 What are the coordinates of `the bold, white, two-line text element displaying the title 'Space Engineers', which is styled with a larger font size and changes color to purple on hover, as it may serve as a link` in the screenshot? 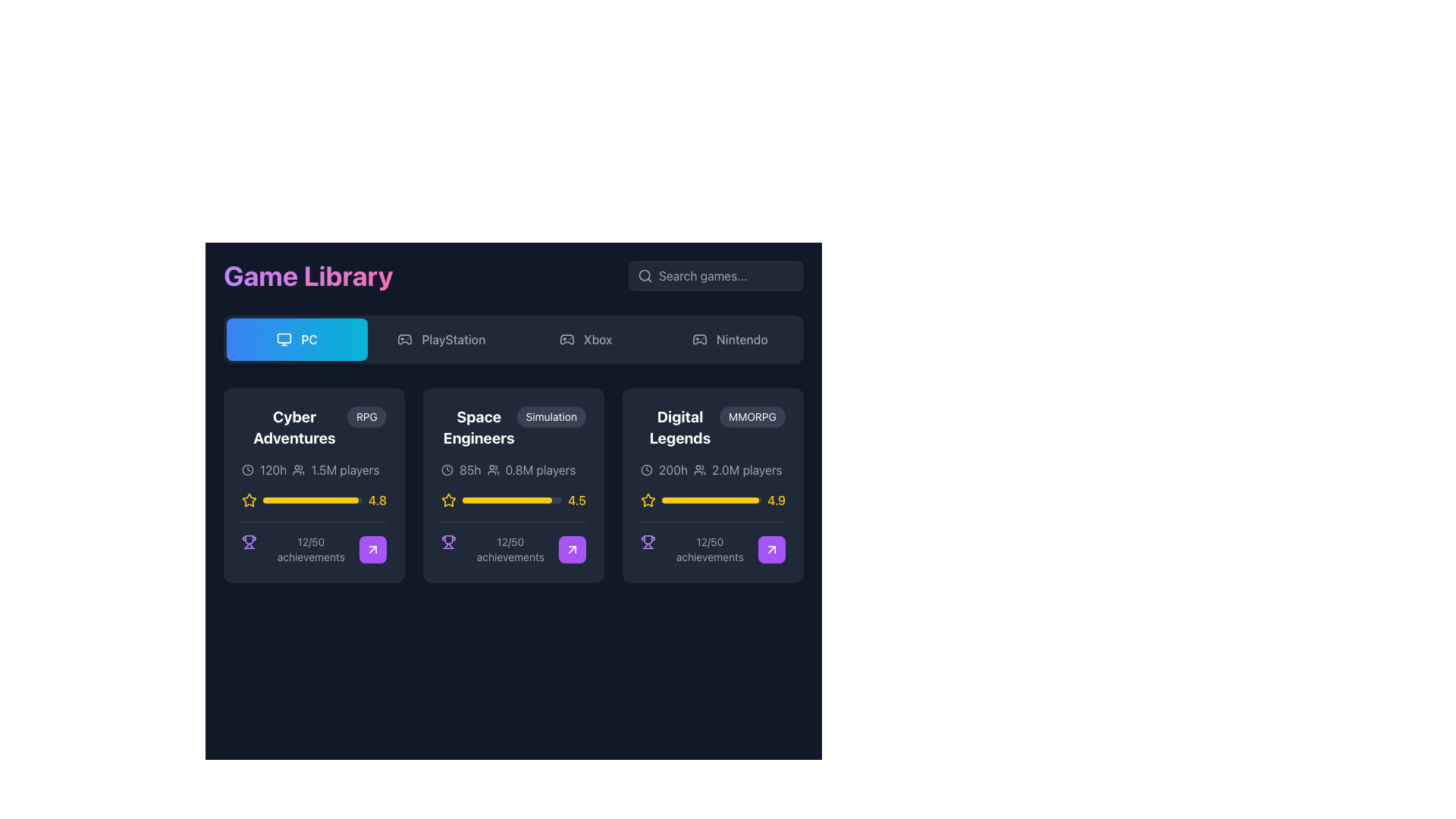 It's located at (478, 427).